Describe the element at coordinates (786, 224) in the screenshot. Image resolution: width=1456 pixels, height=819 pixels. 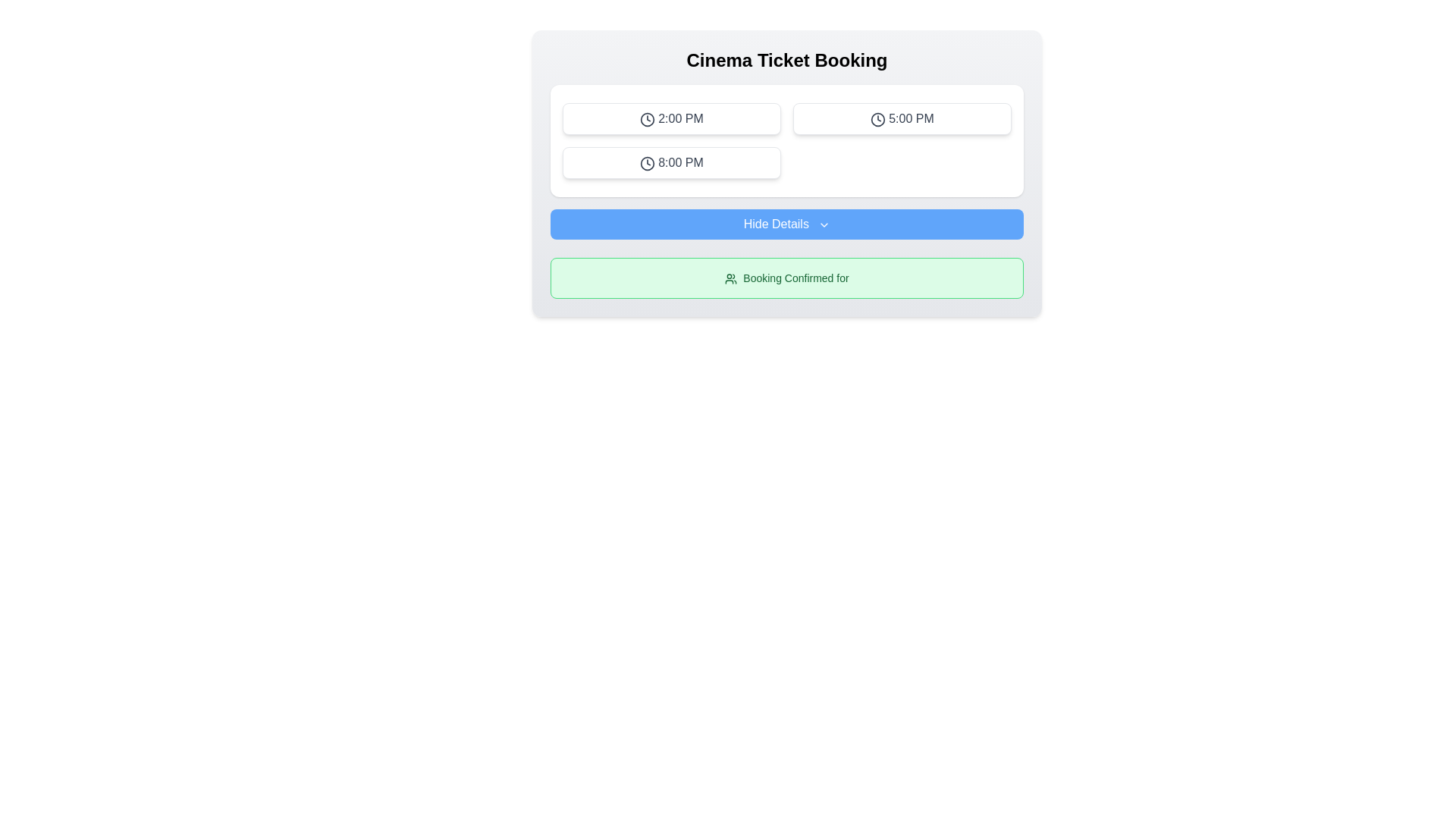
I see `the button below the time slots and above the confirmation message in the cinema booking interface` at that location.